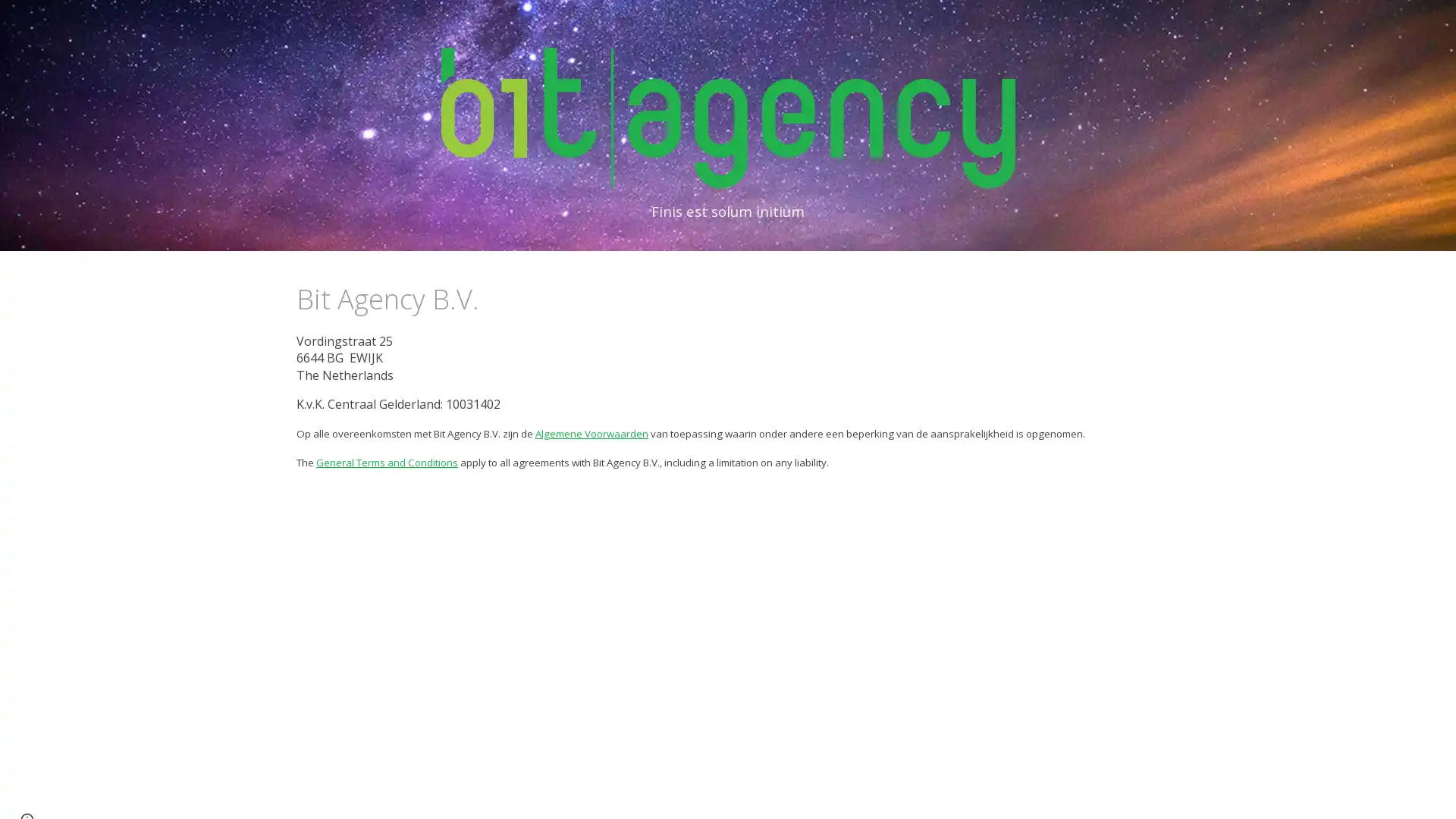  What do you see at coordinates (118, 792) in the screenshot?
I see `Report abuse` at bounding box center [118, 792].